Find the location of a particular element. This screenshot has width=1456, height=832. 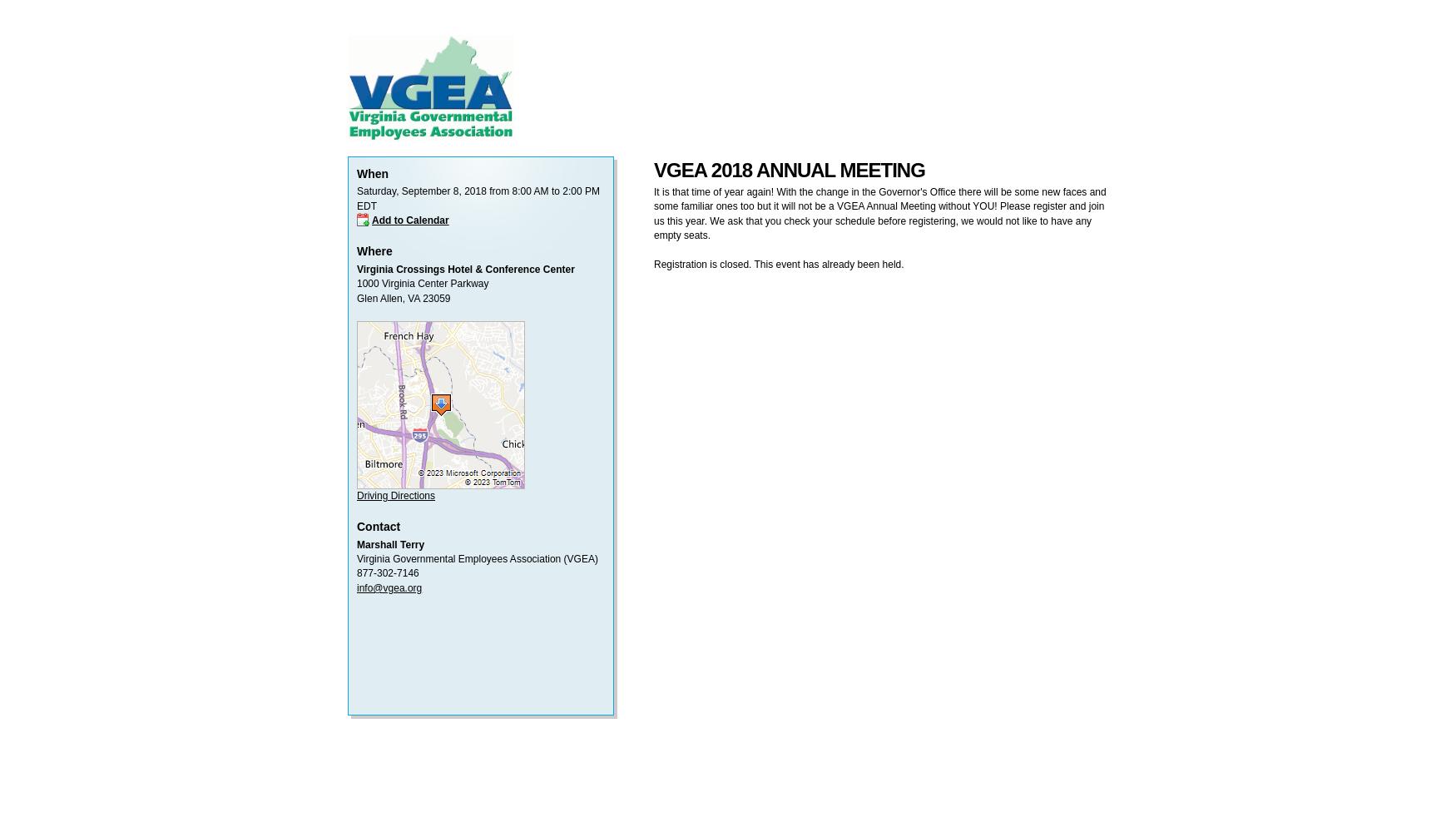

'Where' is located at coordinates (374, 251).